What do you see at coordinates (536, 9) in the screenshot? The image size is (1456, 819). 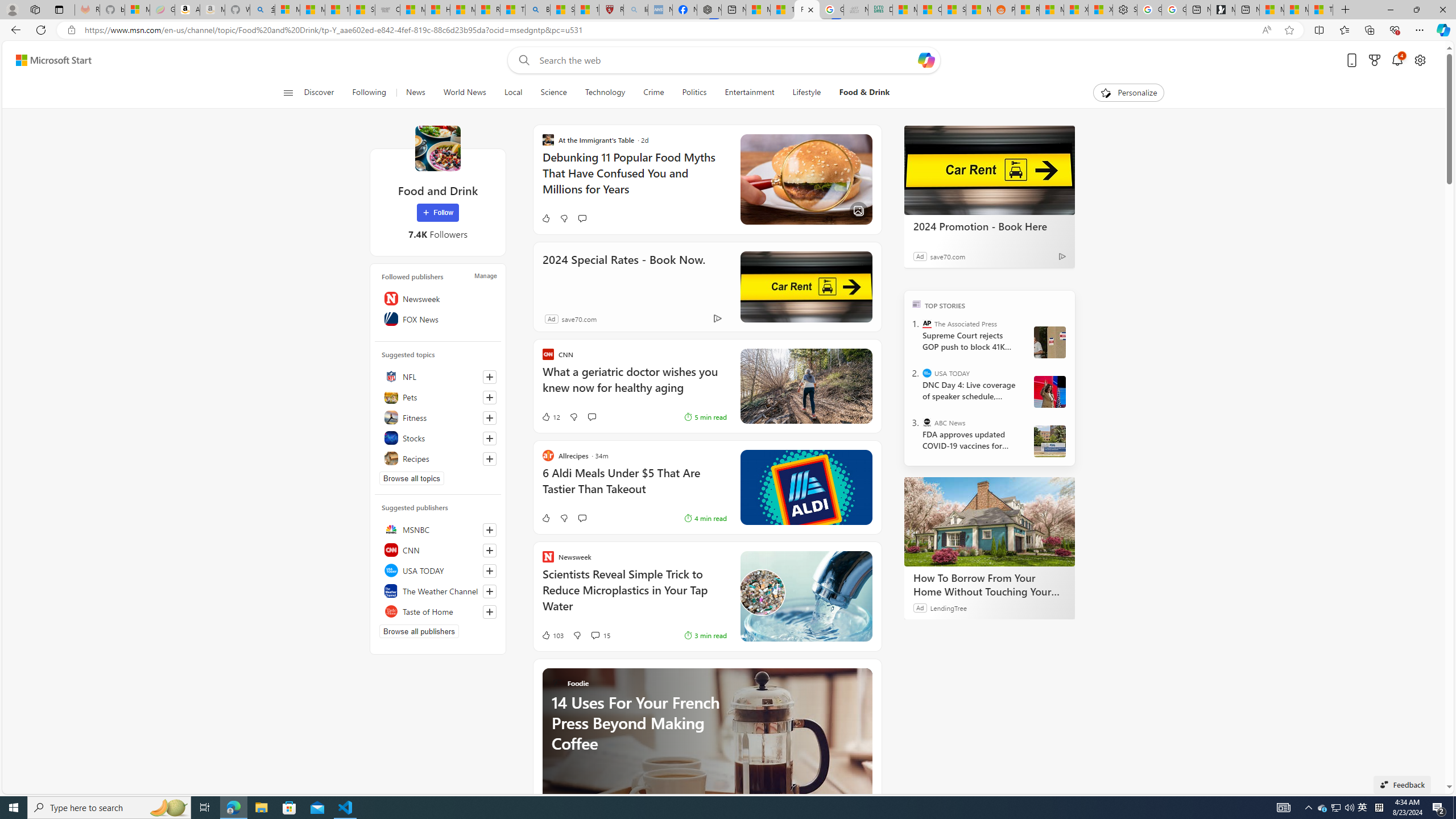 I see `'Bing'` at bounding box center [536, 9].